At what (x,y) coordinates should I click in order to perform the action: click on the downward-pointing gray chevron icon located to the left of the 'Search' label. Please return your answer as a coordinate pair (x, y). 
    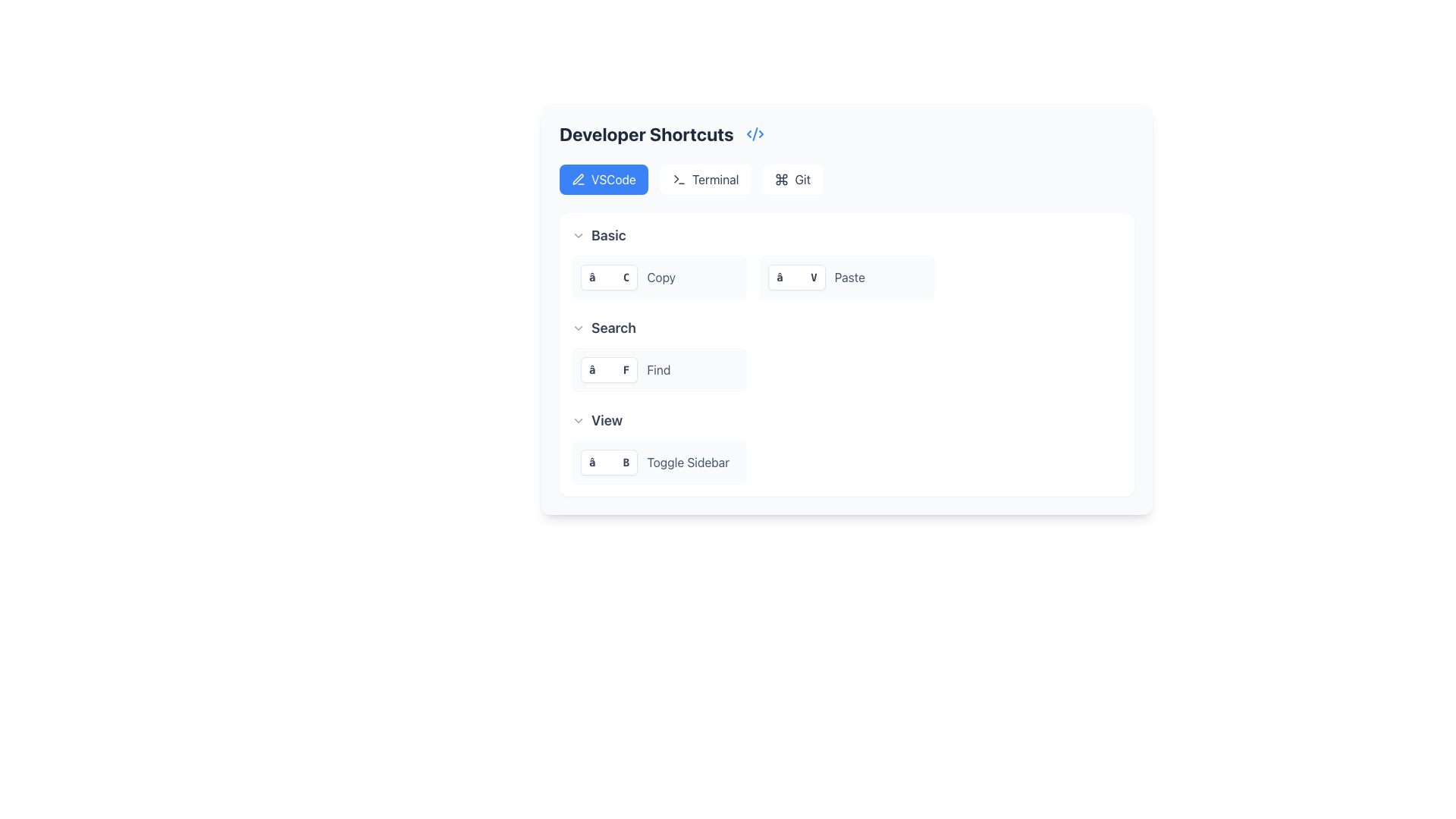
    Looking at the image, I should click on (578, 327).